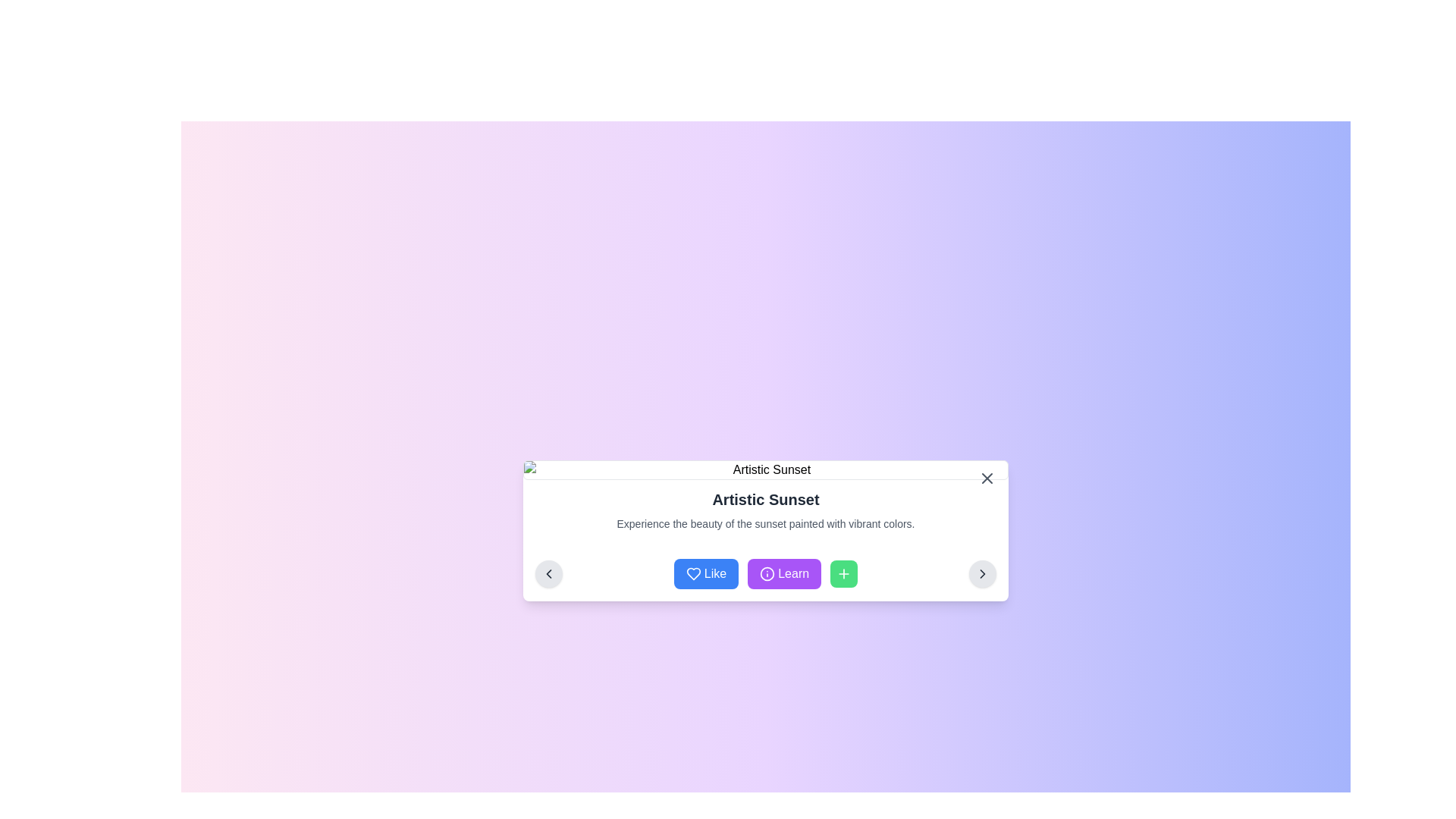 Image resolution: width=1456 pixels, height=819 pixels. Describe the element at coordinates (548, 573) in the screenshot. I see `the Chevron Left icon, which is a leftward arrow styled as a chevron` at that location.